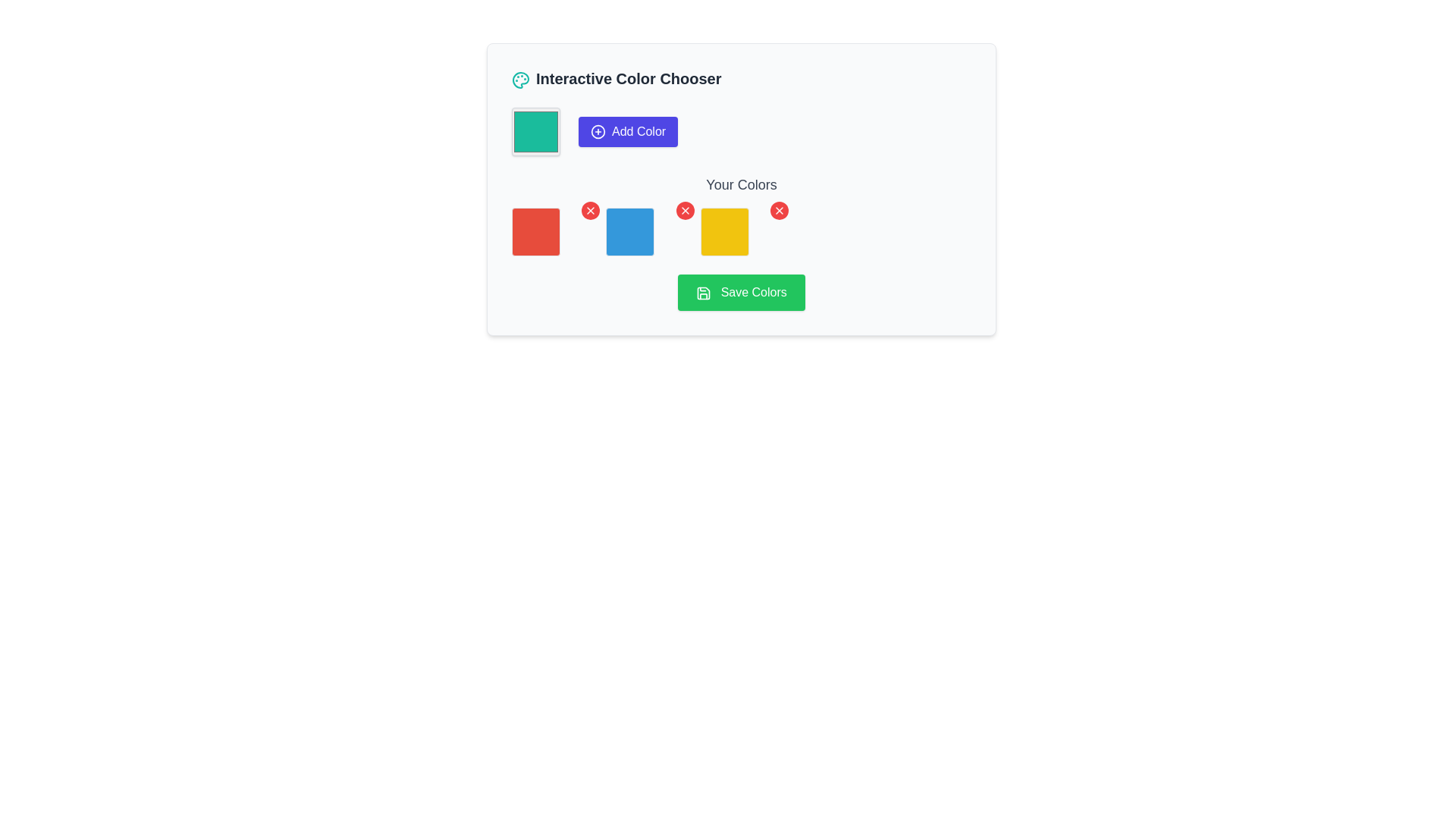 Image resolution: width=1456 pixels, height=819 pixels. I want to click on the teal circular palette icon located to the left of the title text 'Interactive Color Chooser' in the header section, so click(520, 79).